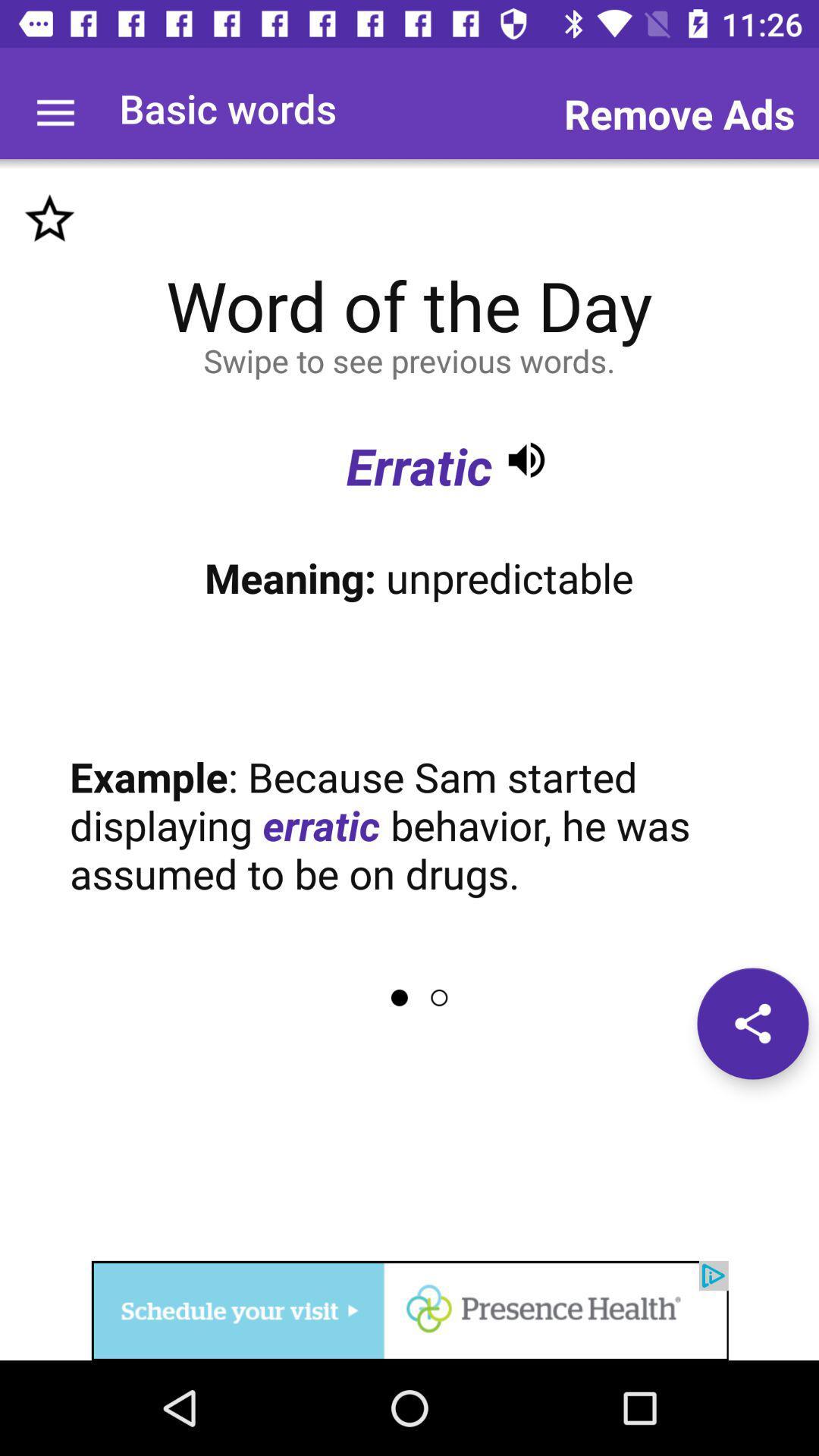 The image size is (819, 1456). What do you see at coordinates (49, 218) in the screenshot?
I see `favorite` at bounding box center [49, 218].